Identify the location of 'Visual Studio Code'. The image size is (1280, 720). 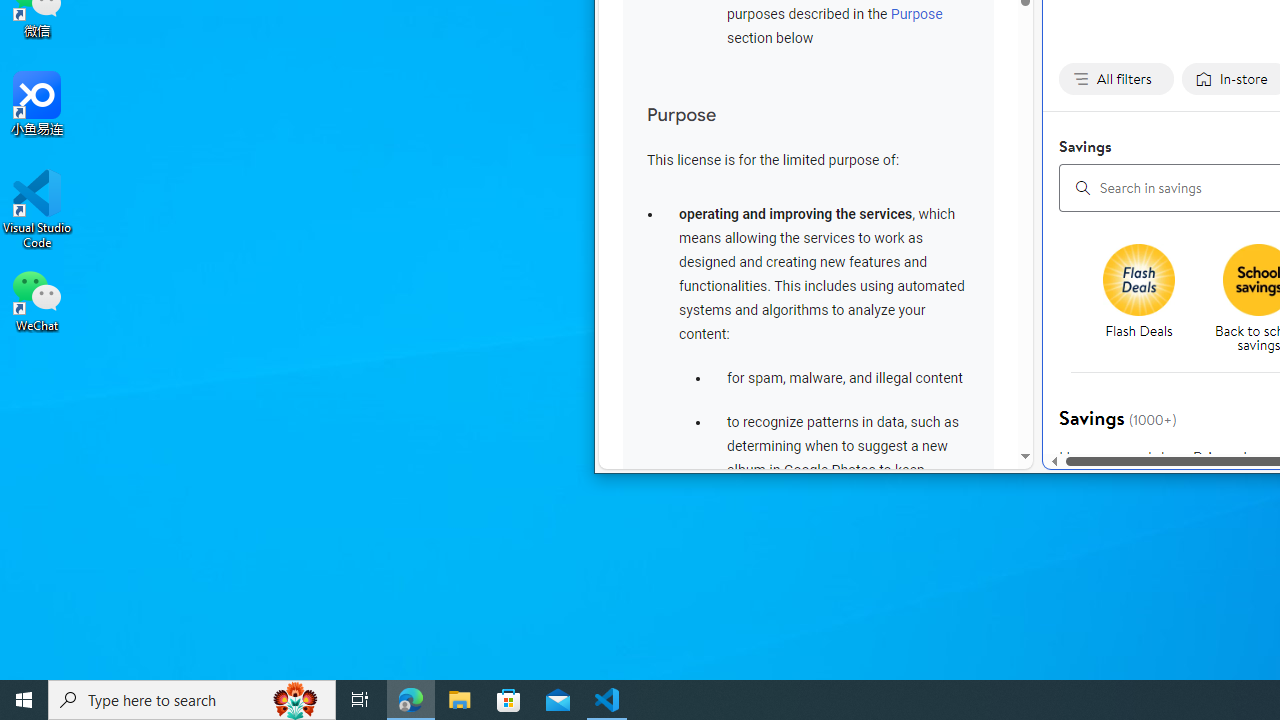
(37, 209).